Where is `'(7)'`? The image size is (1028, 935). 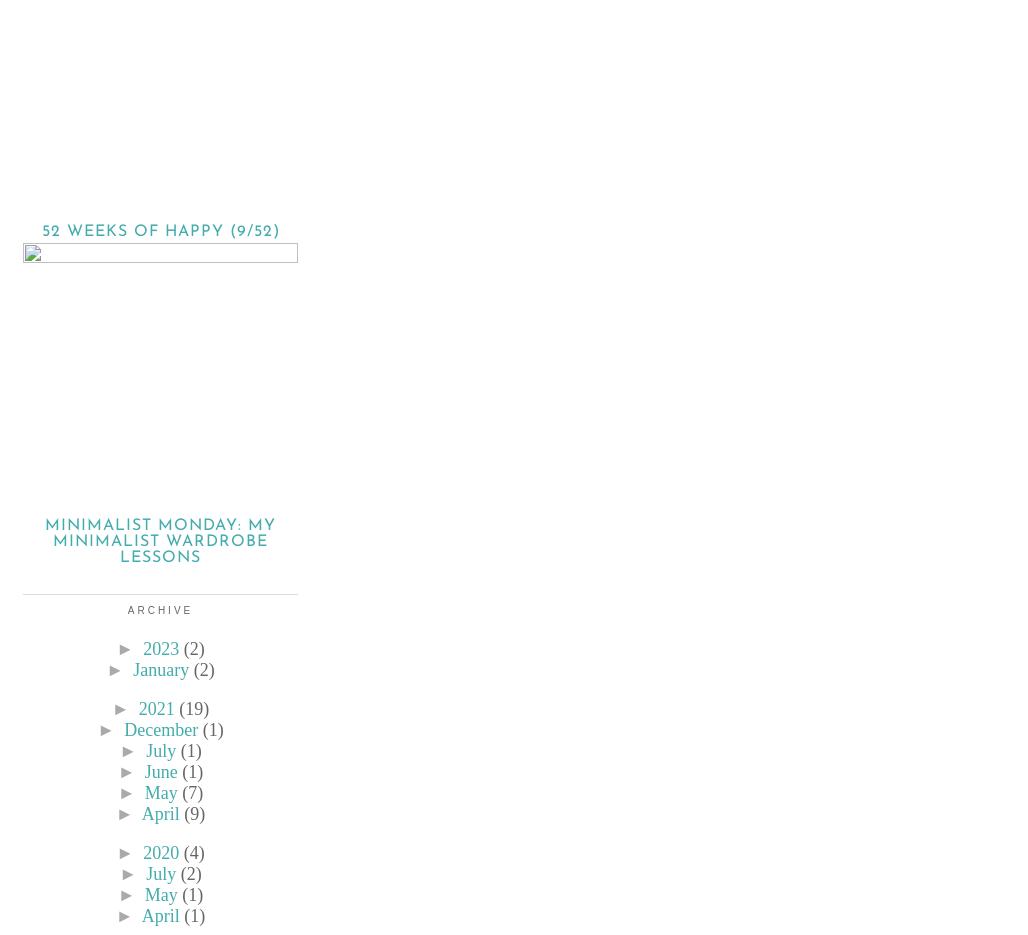 '(7)' is located at coordinates (192, 791).